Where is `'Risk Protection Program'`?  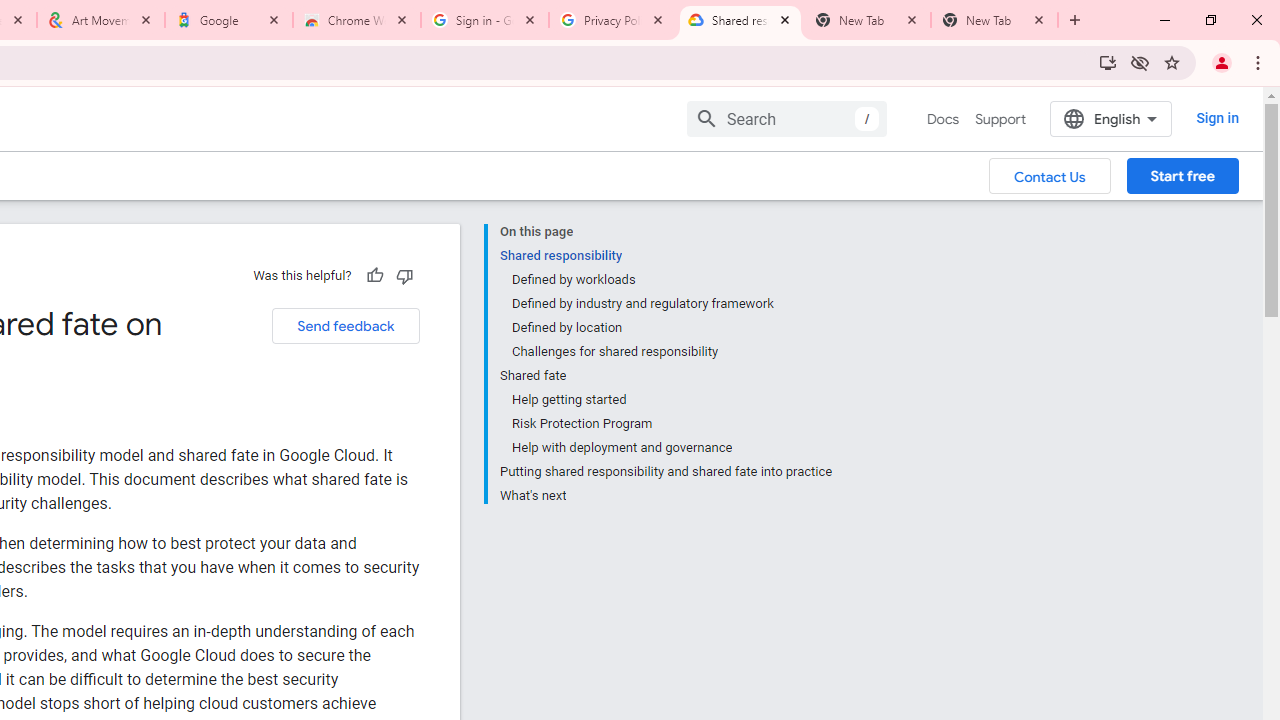
'Risk Protection Program' is located at coordinates (671, 423).